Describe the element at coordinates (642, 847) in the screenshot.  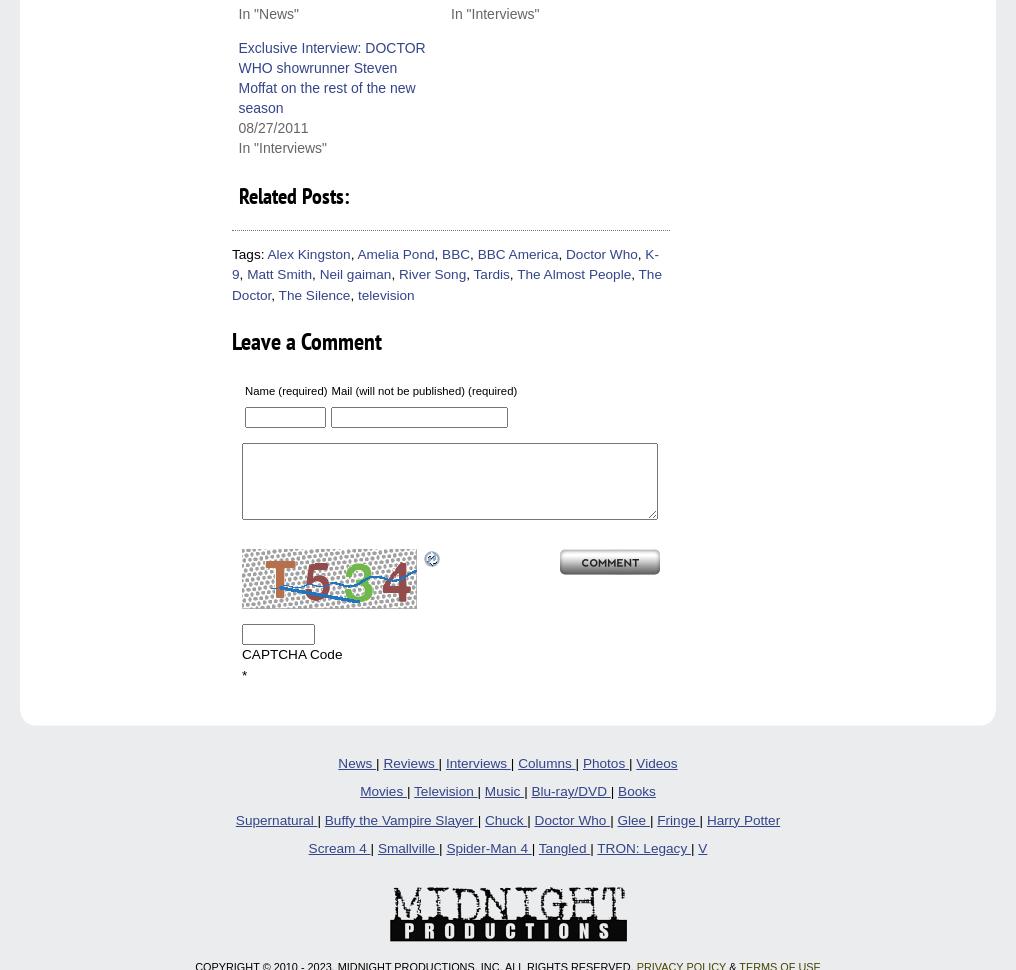
I see `'TRON: Legacy'` at that location.